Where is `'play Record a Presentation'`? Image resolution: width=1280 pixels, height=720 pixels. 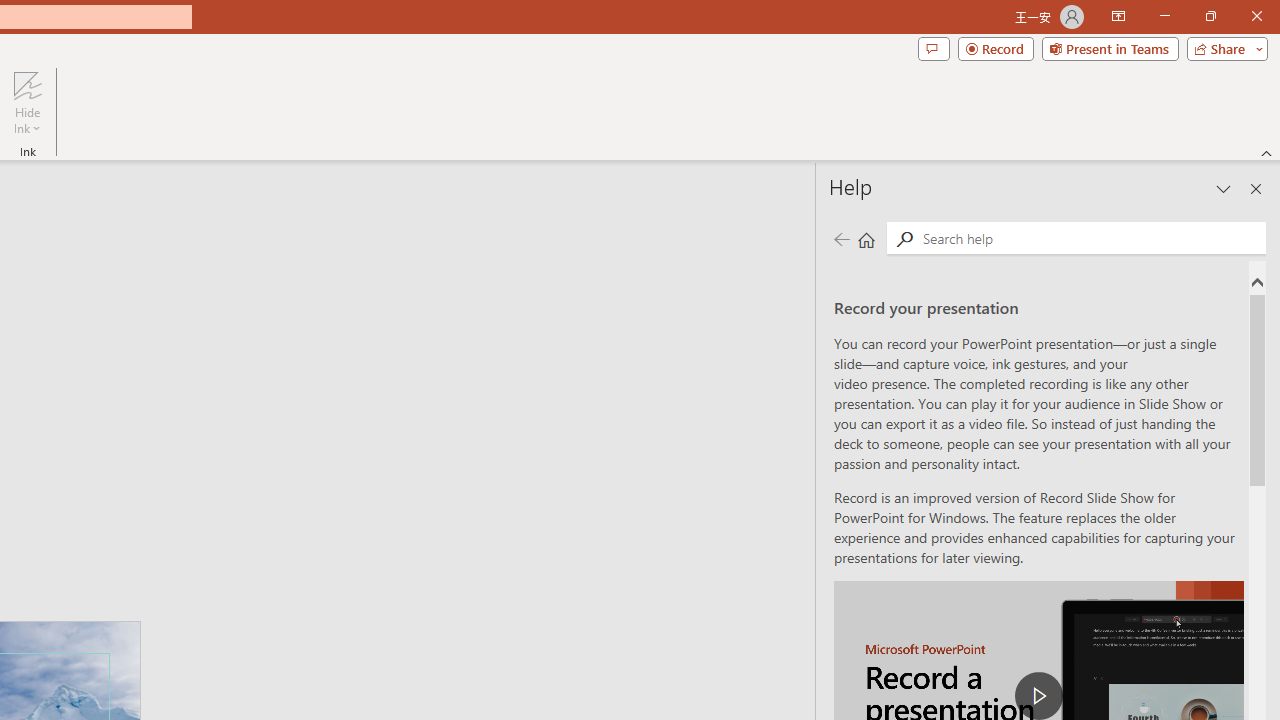 'play Record a Presentation' is located at coordinates (1038, 694).